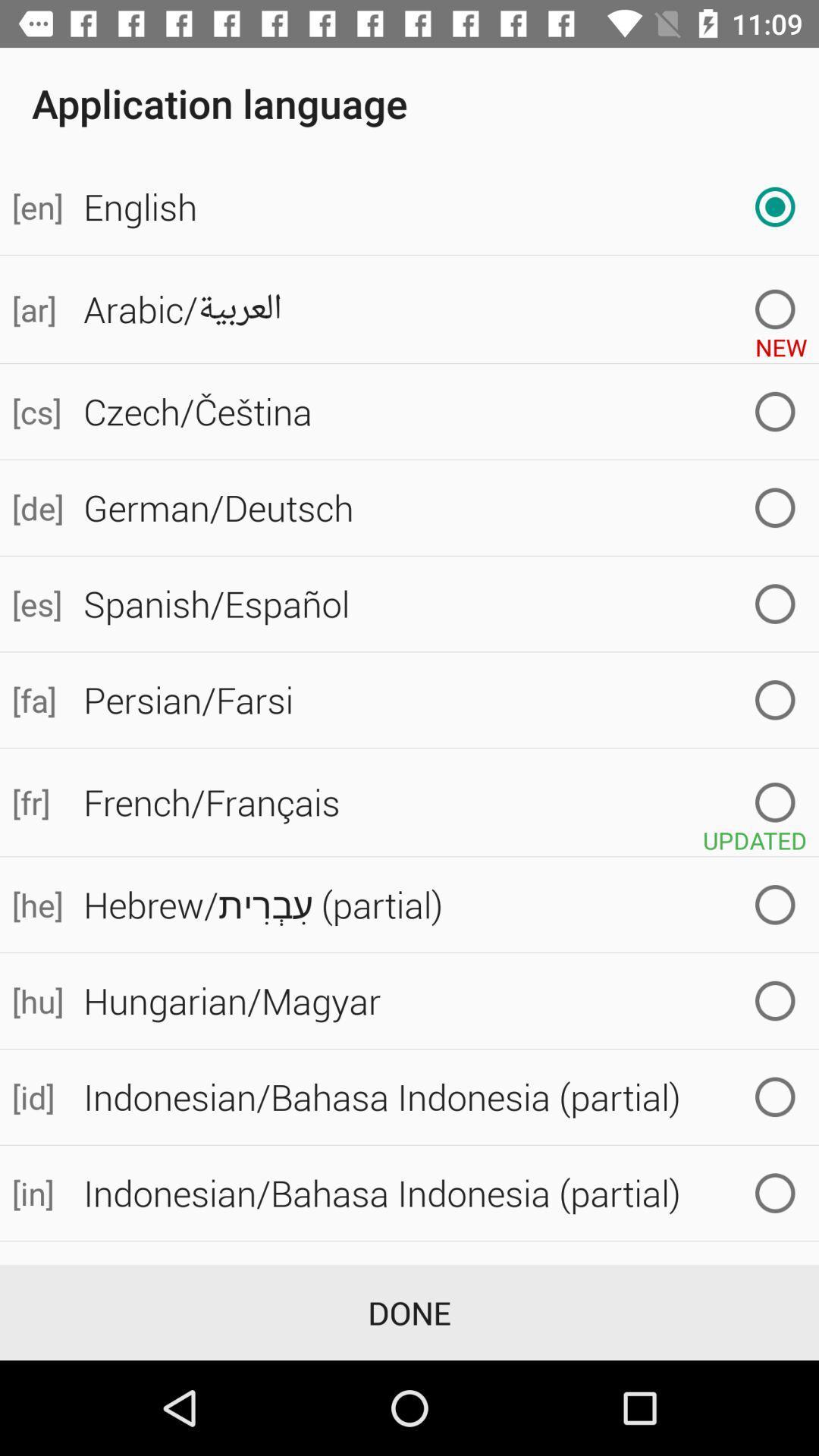 The height and width of the screenshot is (1456, 819). Describe the element at coordinates (444, 802) in the screenshot. I see `item to the right of the [fr]` at that location.